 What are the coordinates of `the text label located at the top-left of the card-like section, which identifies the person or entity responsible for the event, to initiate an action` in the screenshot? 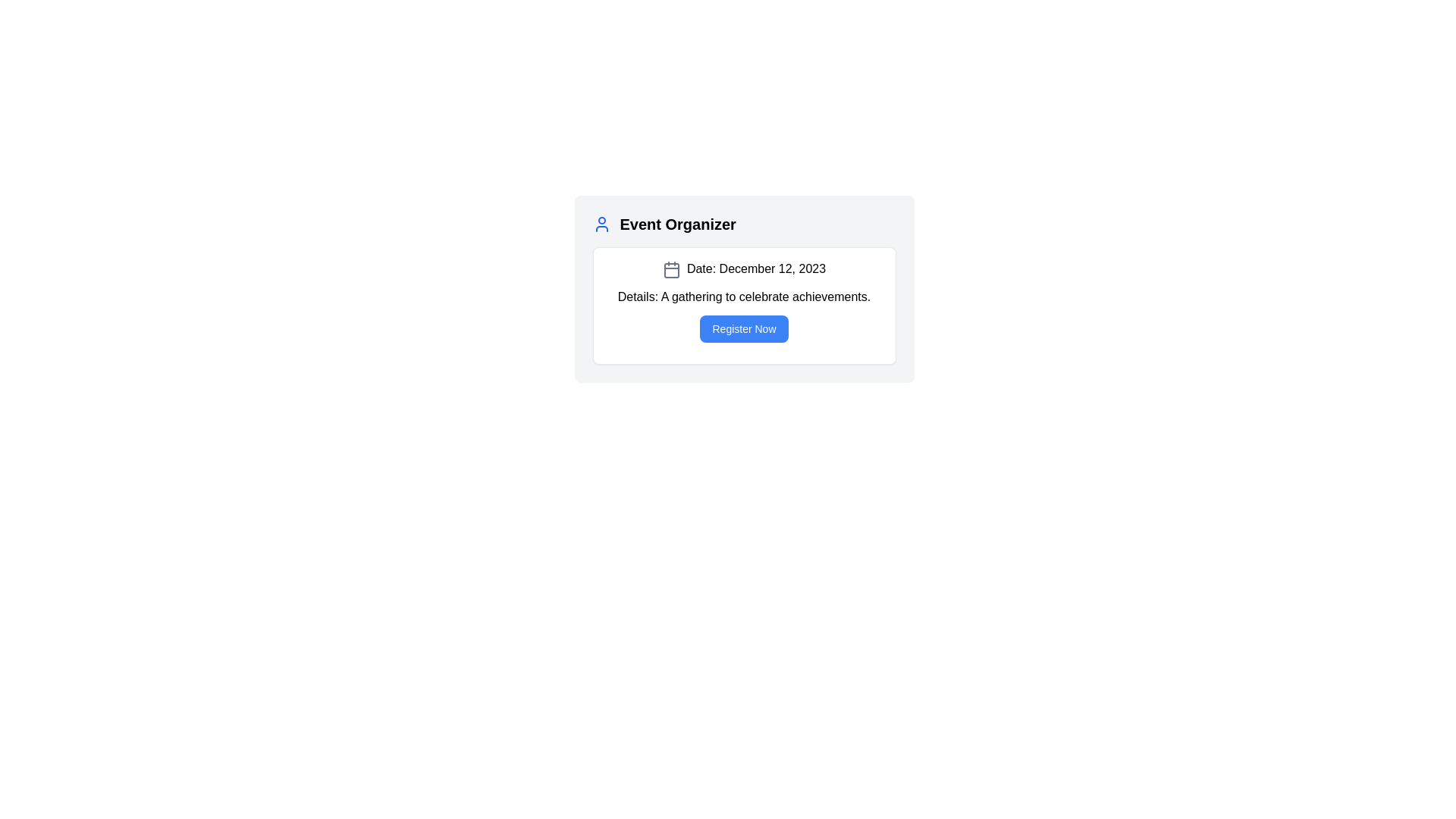 It's located at (676, 224).